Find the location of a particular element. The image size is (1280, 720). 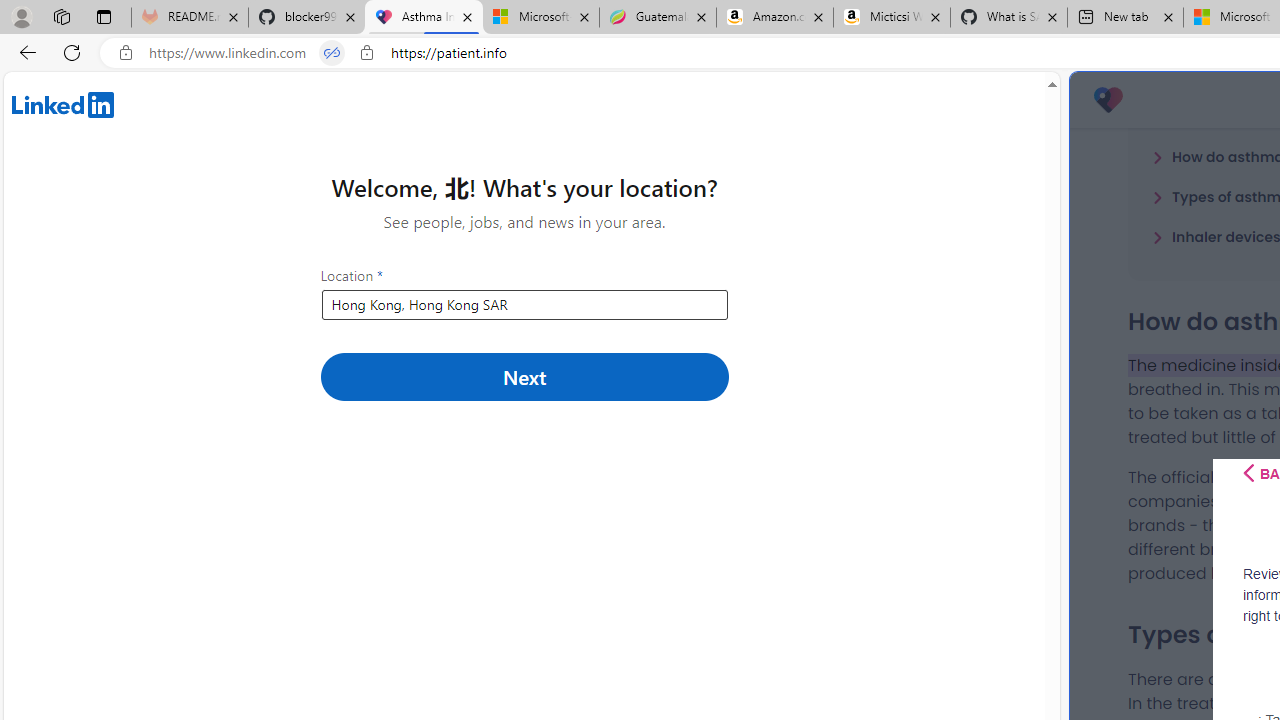

'Workspaces' is located at coordinates (61, 16).